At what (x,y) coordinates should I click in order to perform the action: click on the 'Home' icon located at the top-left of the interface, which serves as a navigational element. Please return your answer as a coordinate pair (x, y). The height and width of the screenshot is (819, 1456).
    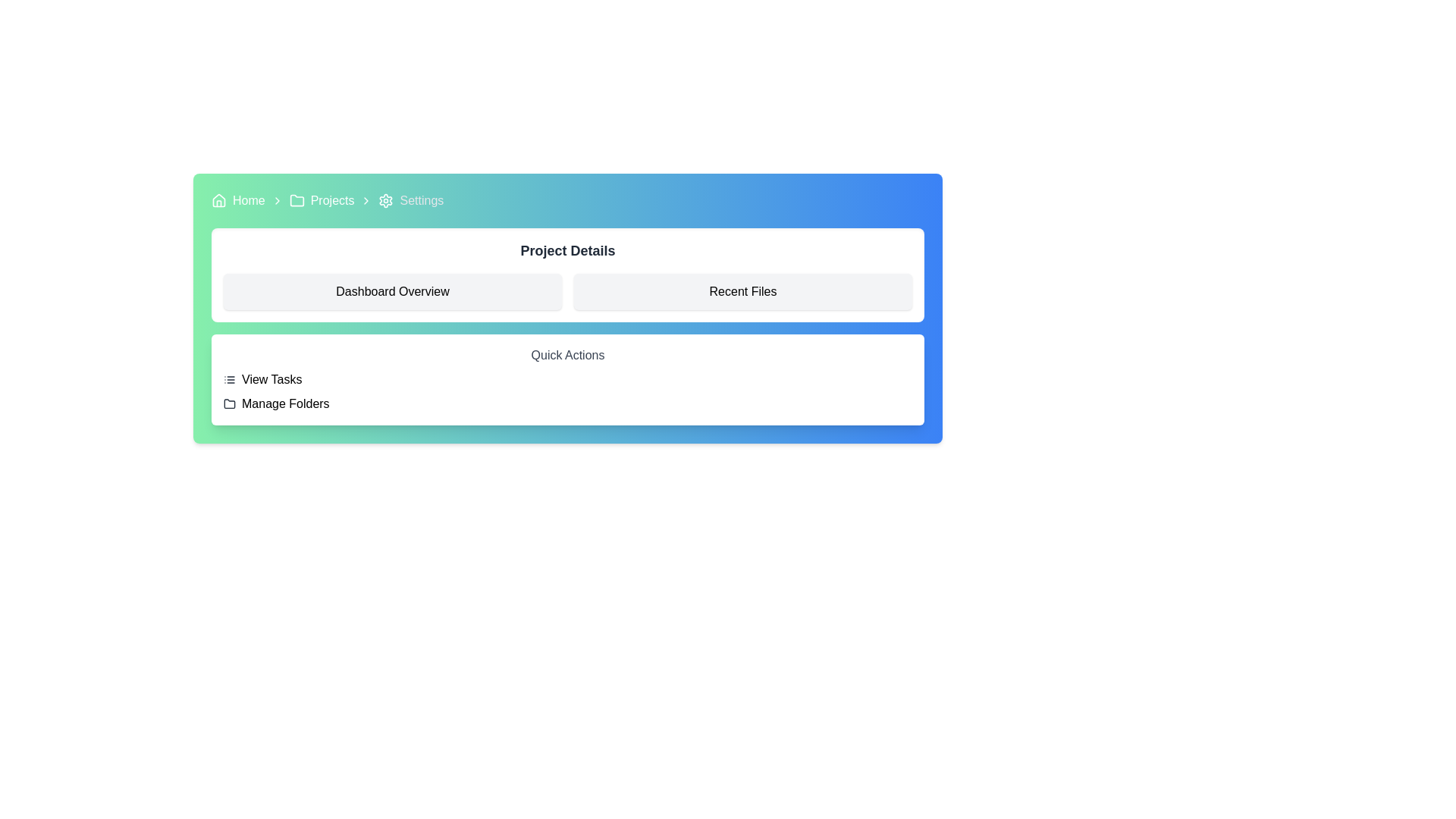
    Looking at the image, I should click on (218, 200).